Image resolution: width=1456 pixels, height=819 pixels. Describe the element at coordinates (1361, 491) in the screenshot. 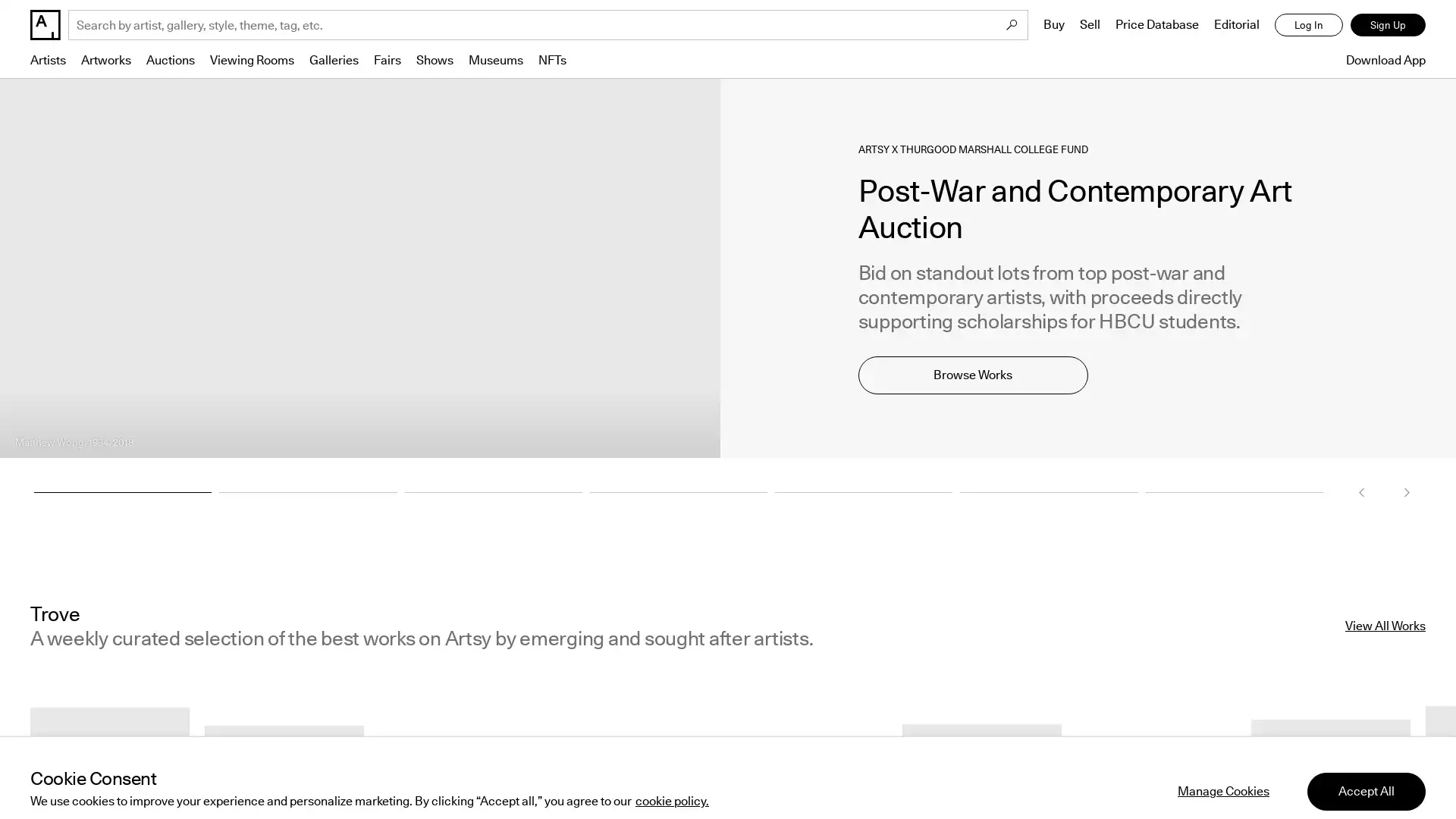

I see `Navigate left` at that location.